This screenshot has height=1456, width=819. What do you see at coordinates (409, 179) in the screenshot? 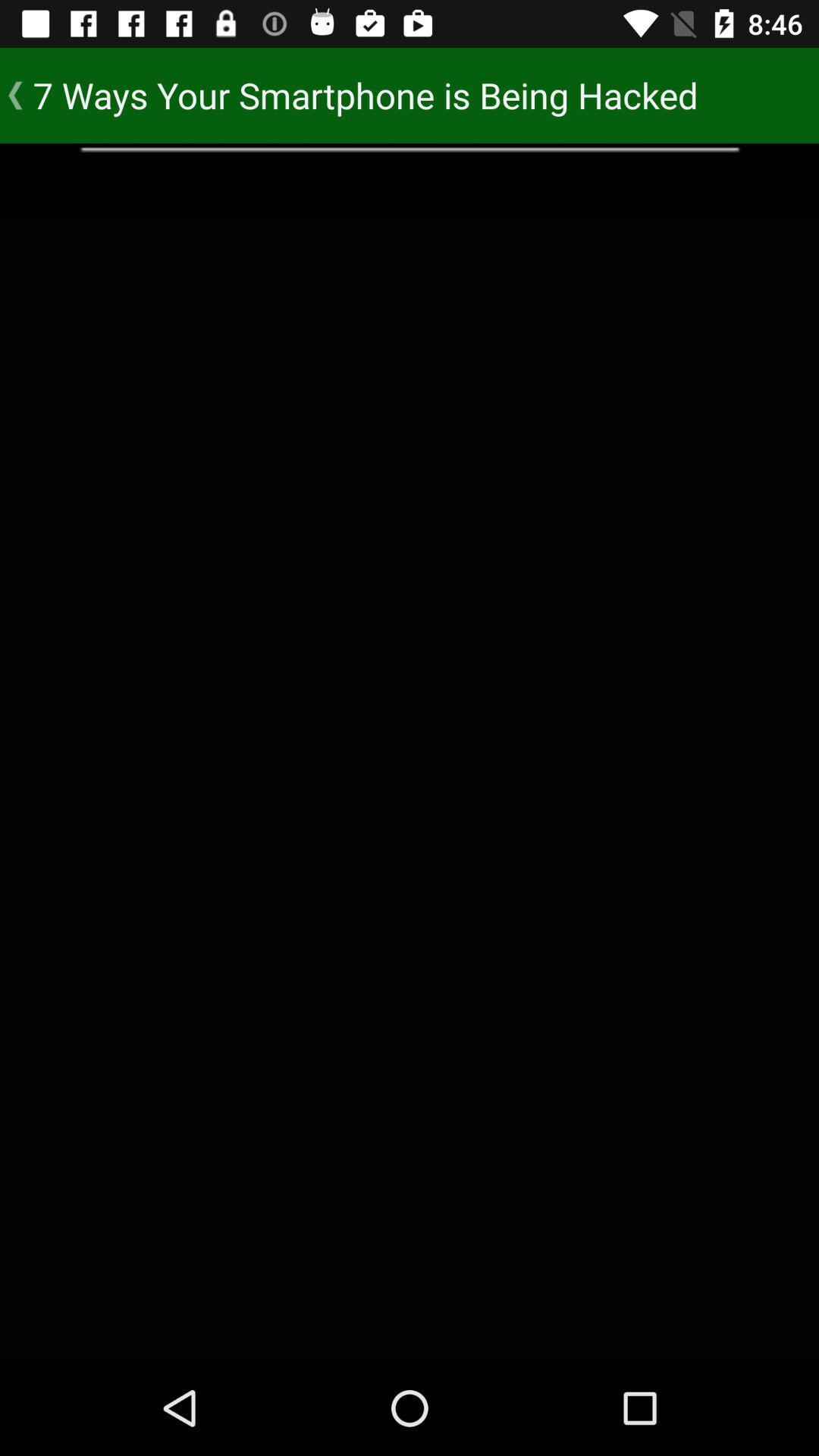
I see `the app below 7 ways your app` at bounding box center [409, 179].